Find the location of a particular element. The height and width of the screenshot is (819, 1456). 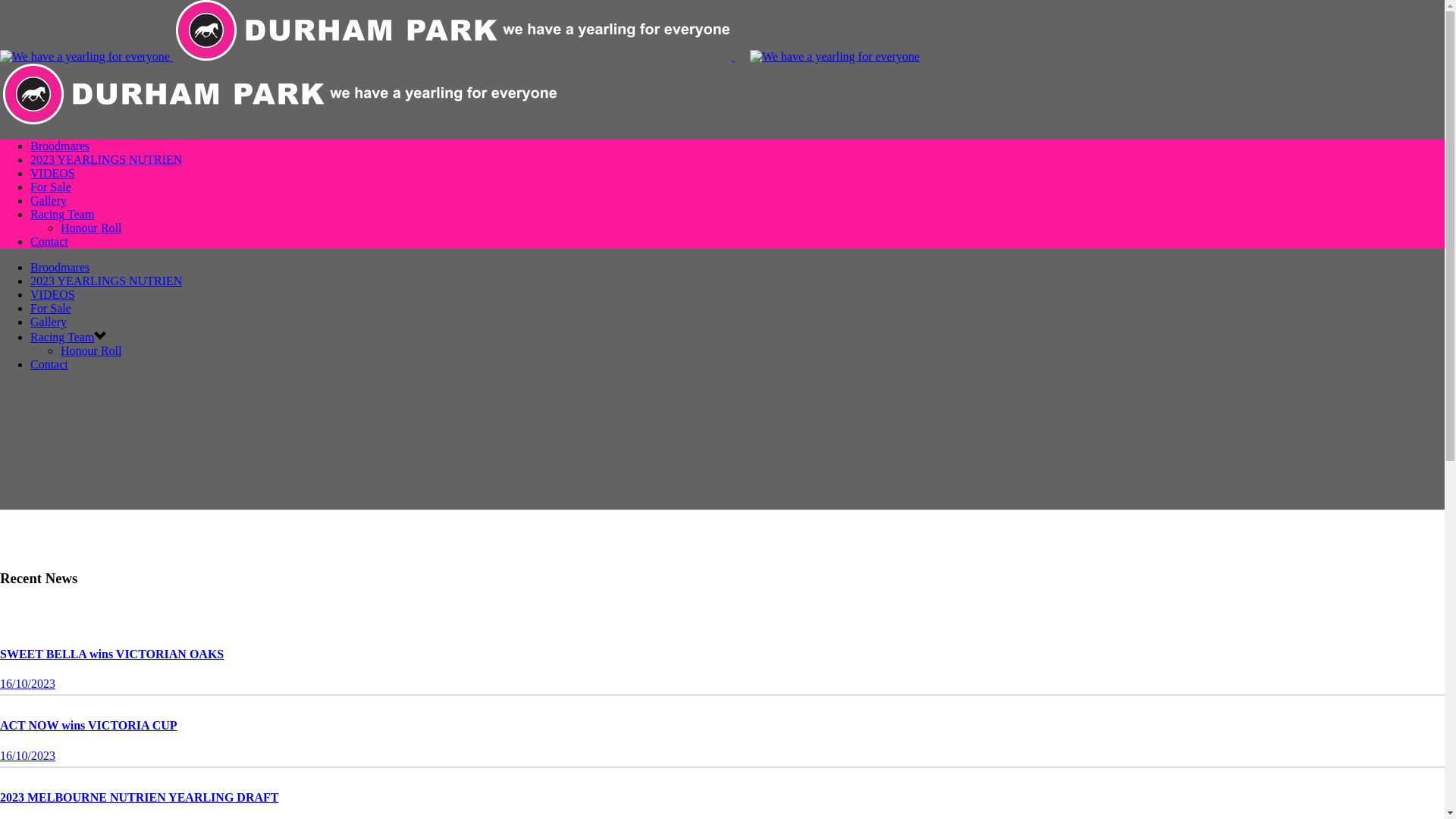

'SWEET BELLA wins VICTORIAN OAKS' is located at coordinates (111, 653).